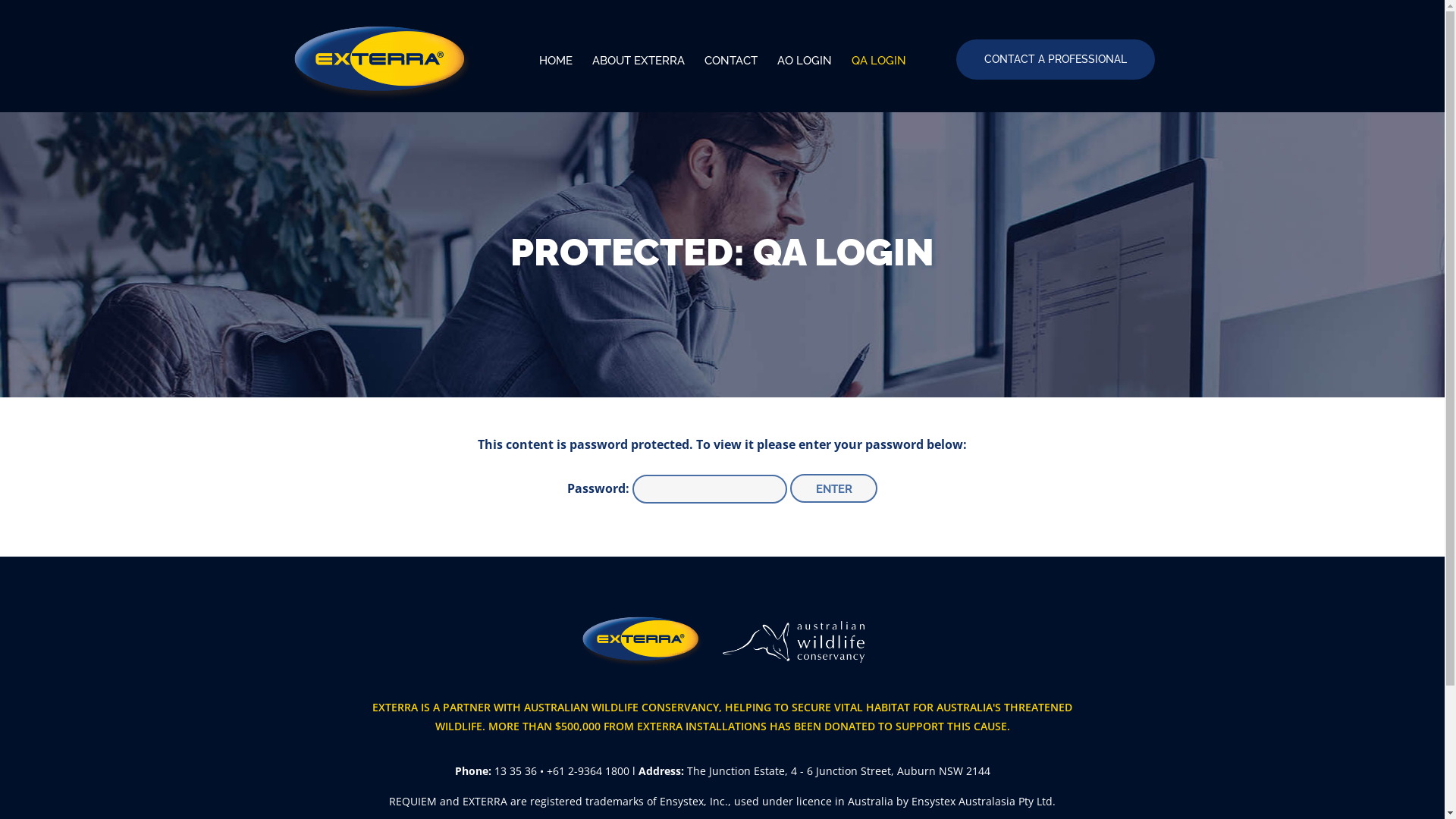  I want to click on 'Enter', so click(833, 488).